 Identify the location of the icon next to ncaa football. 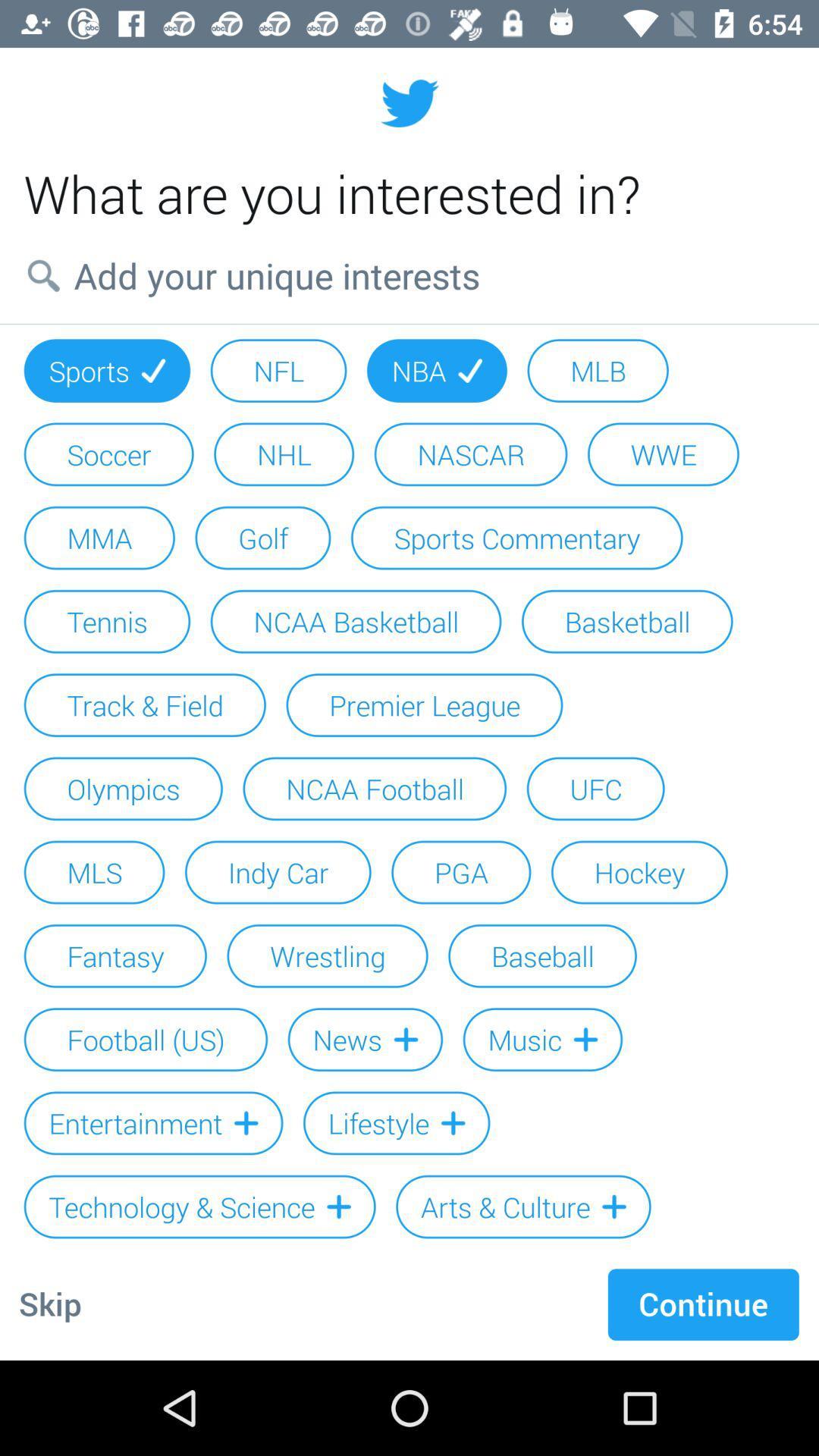
(595, 789).